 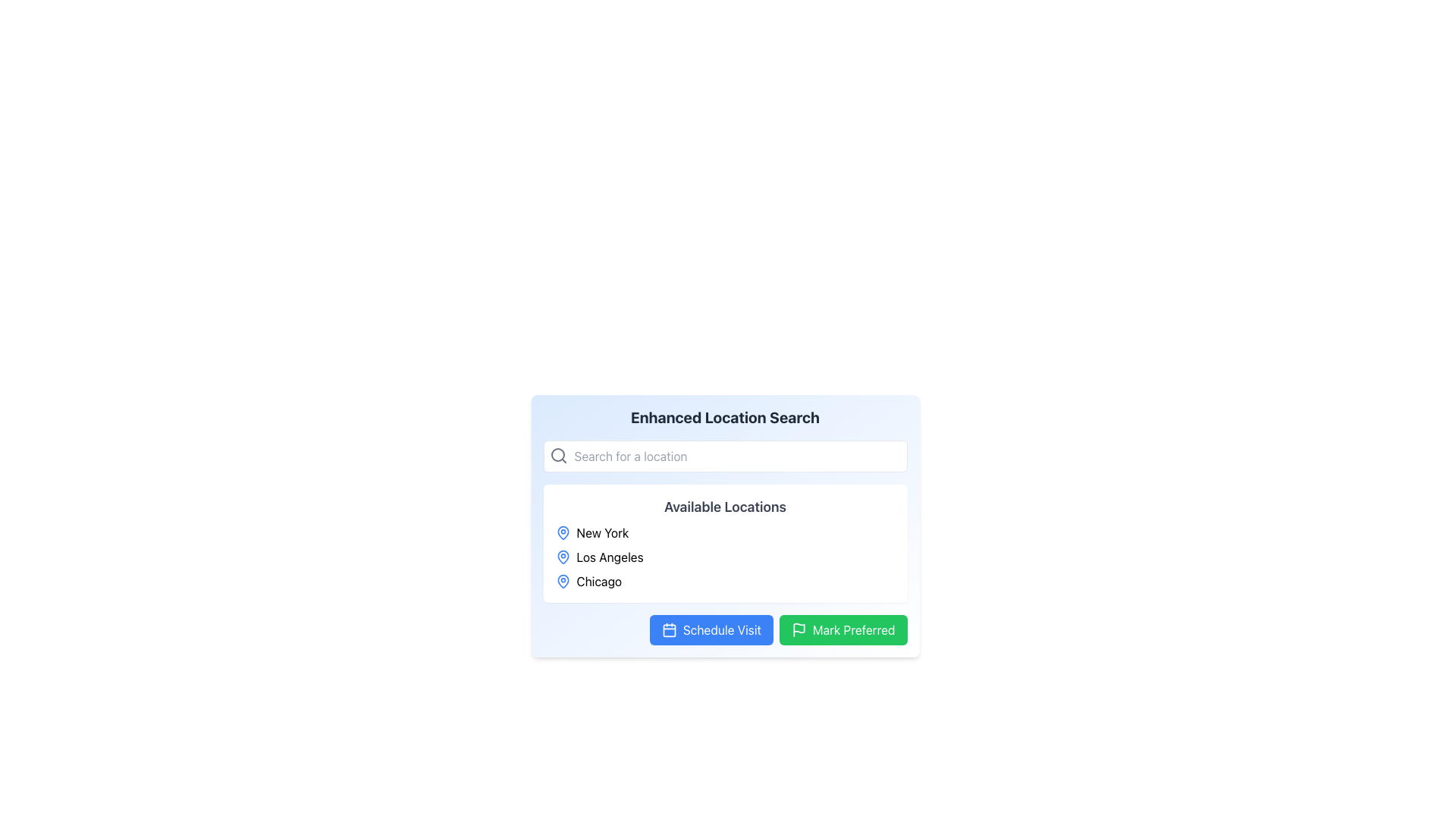 I want to click on the blue 'Schedule Visit' button with a white calendar icon, so click(x=724, y=629).